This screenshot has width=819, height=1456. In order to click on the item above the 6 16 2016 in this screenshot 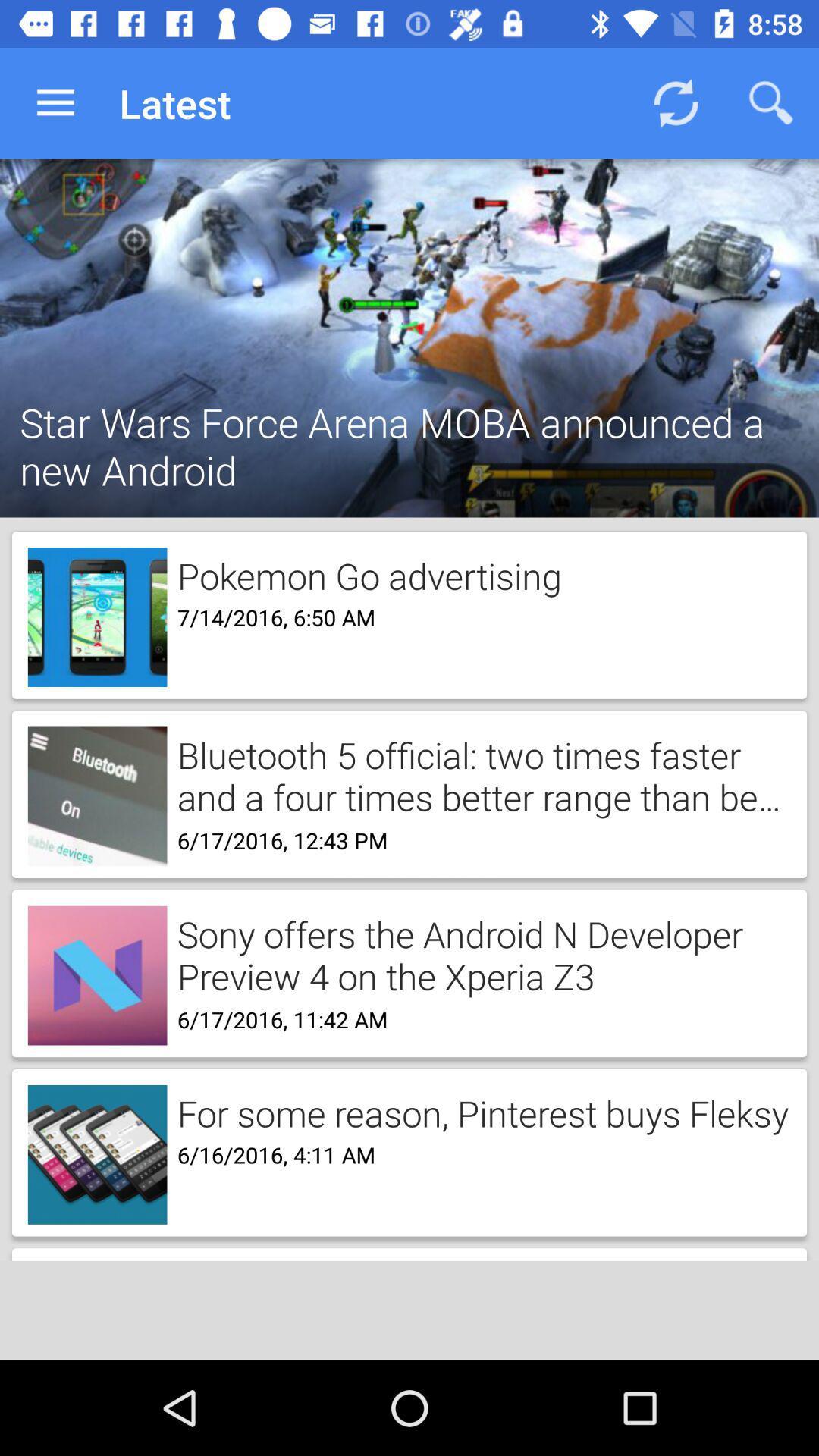, I will do `click(478, 1111)`.